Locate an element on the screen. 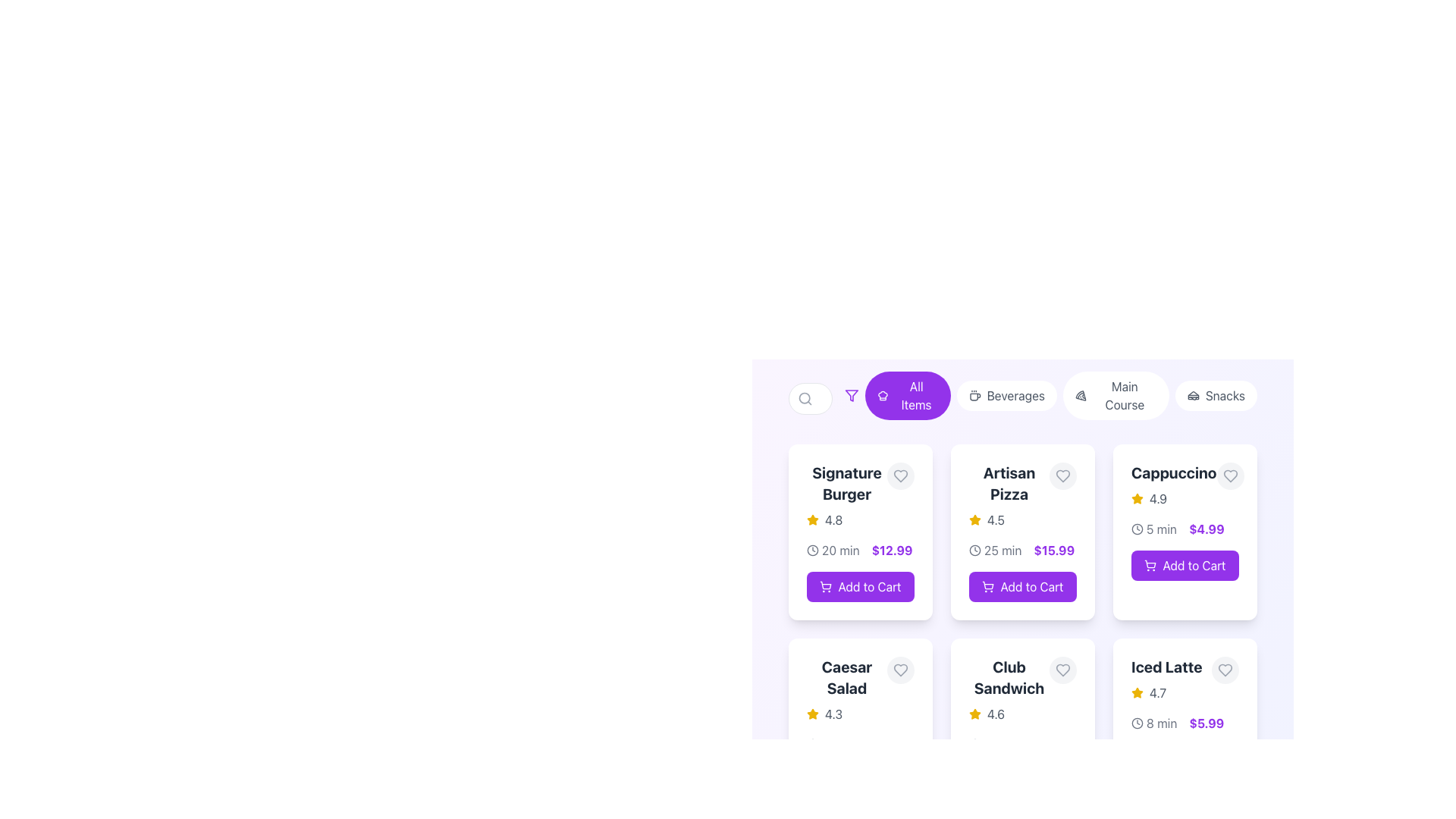  the circular SVG element that is part of the clock icon located at the top of the interface in the toolbar area is located at coordinates (1137, 529).